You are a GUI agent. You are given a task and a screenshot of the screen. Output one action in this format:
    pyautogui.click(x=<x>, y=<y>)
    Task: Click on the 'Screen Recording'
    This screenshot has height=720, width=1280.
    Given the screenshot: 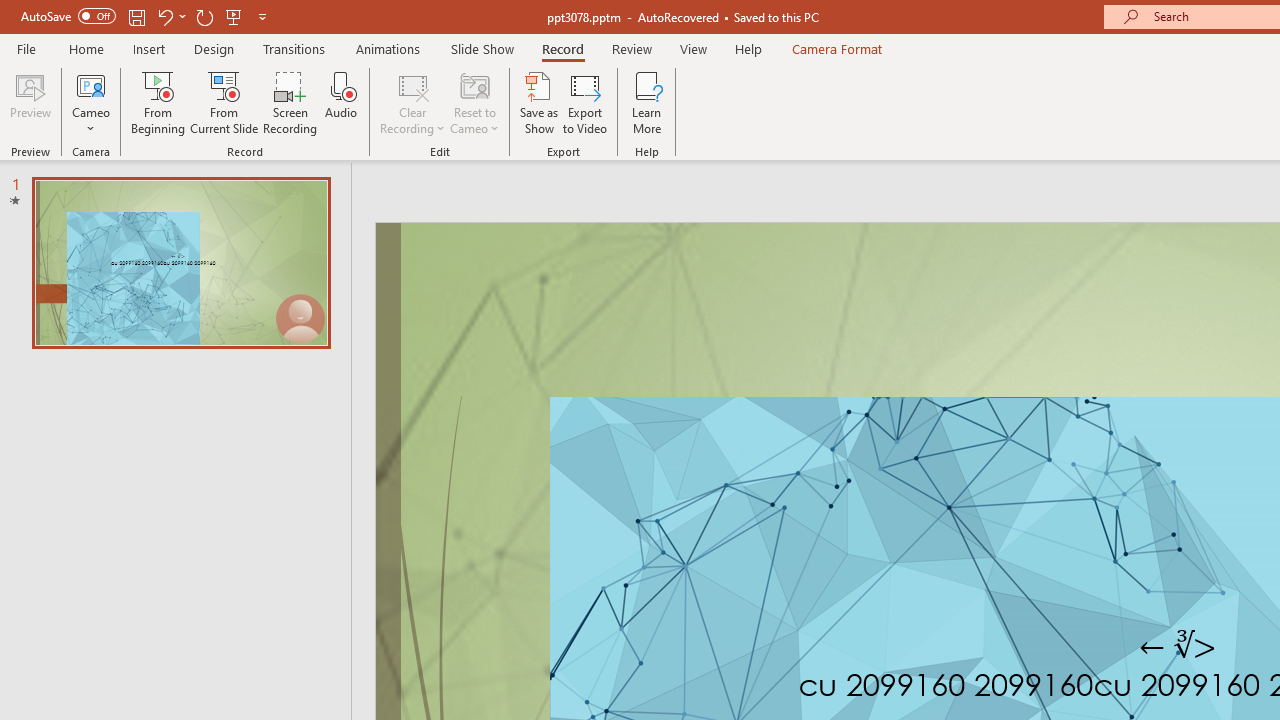 What is the action you would take?
    pyautogui.click(x=289, y=103)
    